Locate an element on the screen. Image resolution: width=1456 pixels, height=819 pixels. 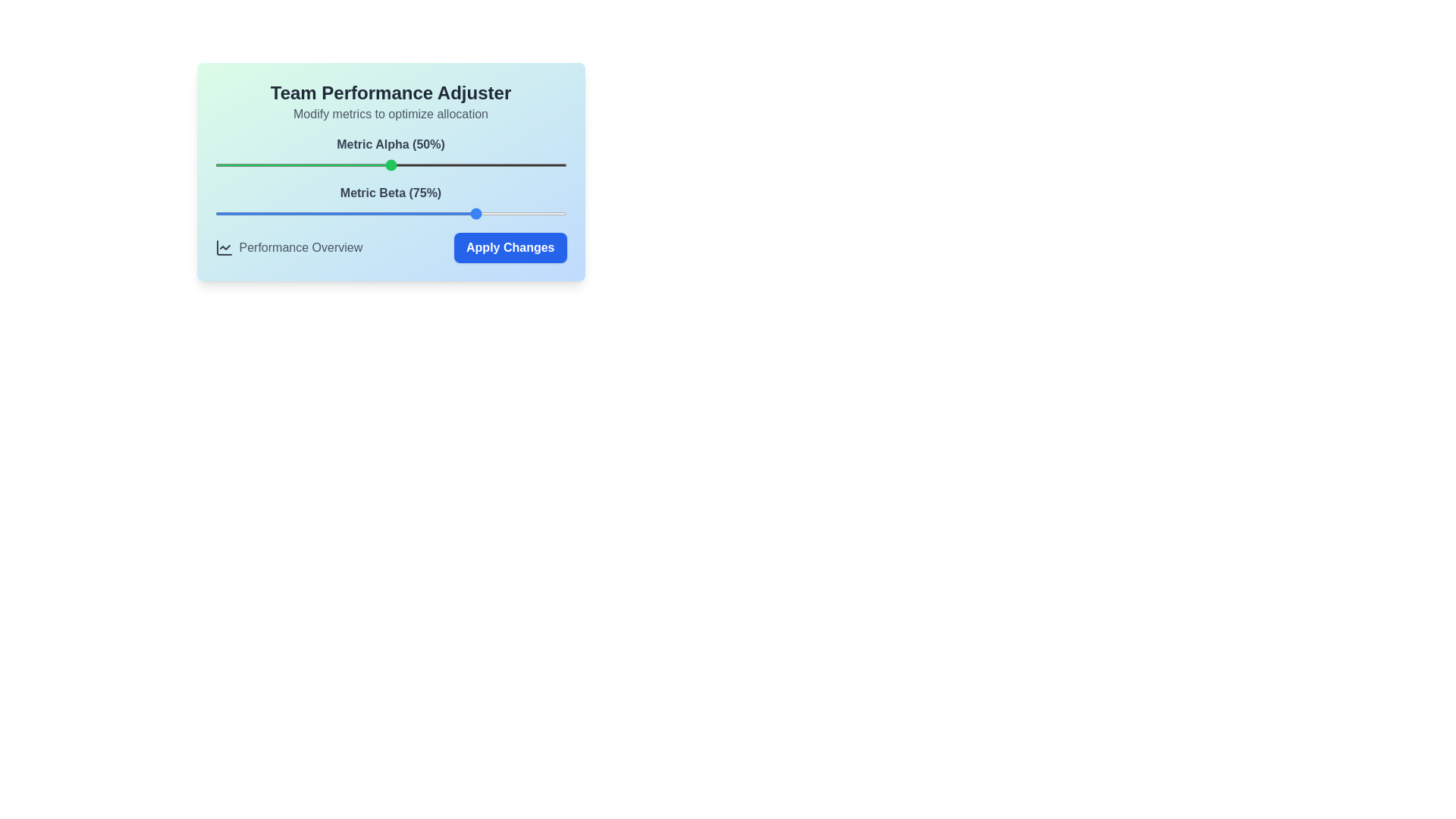
the Metric Alpha slider to set its value to 1 is located at coordinates (218, 165).